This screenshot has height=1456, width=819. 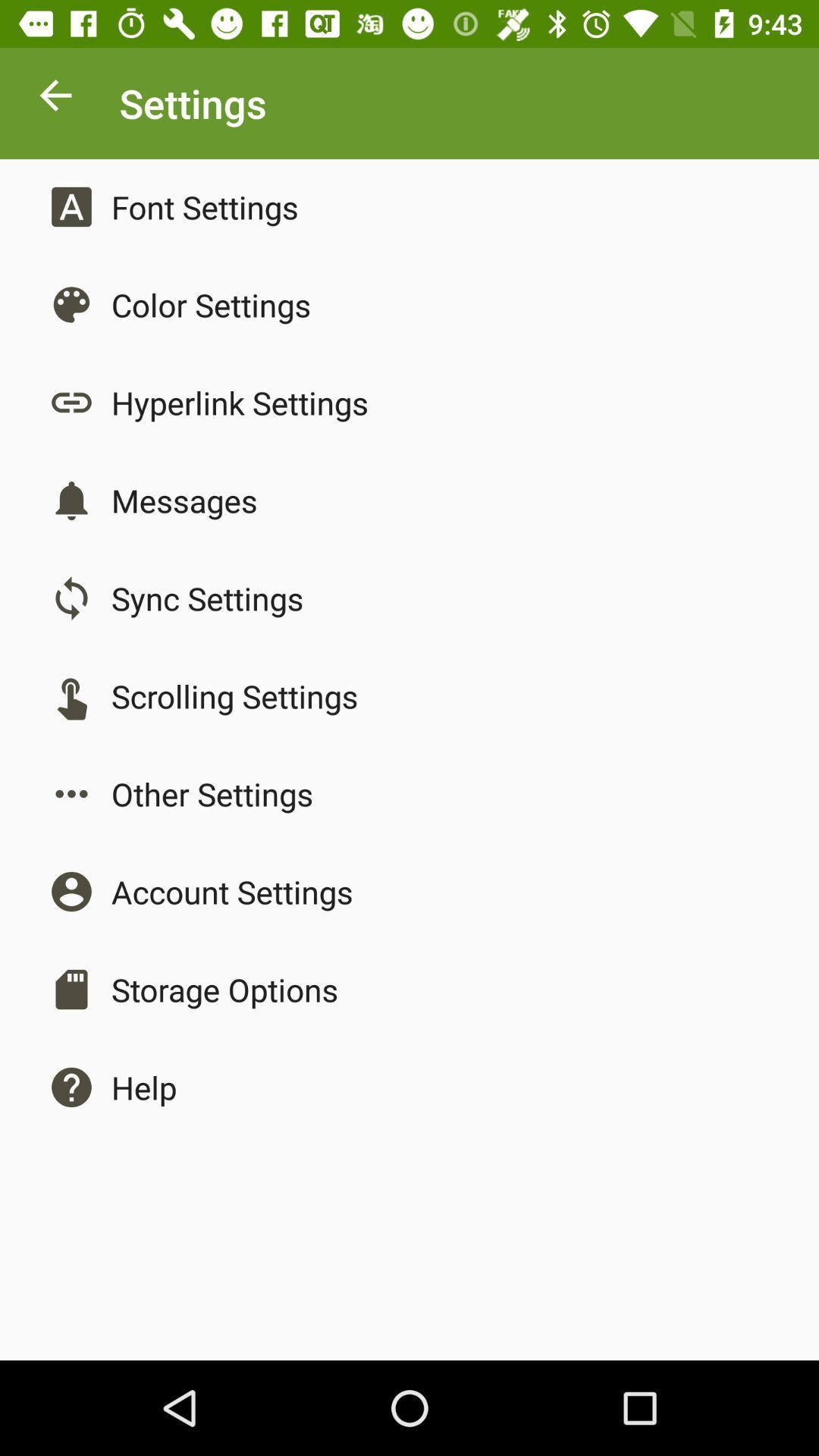 What do you see at coordinates (239, 403) in the screenshot?
I see `the app above messages item` at bounding box center [239, 403].